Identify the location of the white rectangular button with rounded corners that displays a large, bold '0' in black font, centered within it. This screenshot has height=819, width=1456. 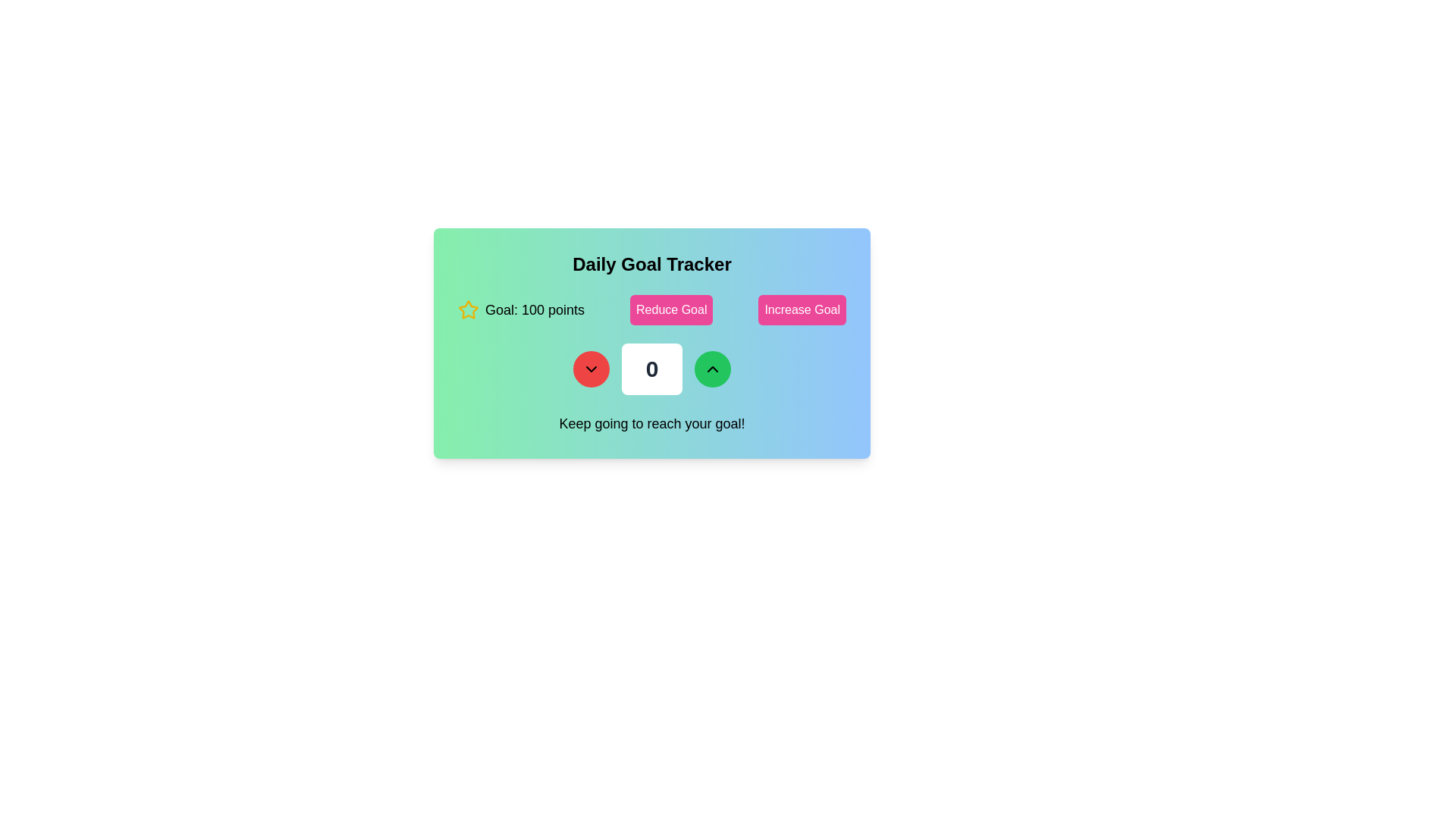
(651, 369).